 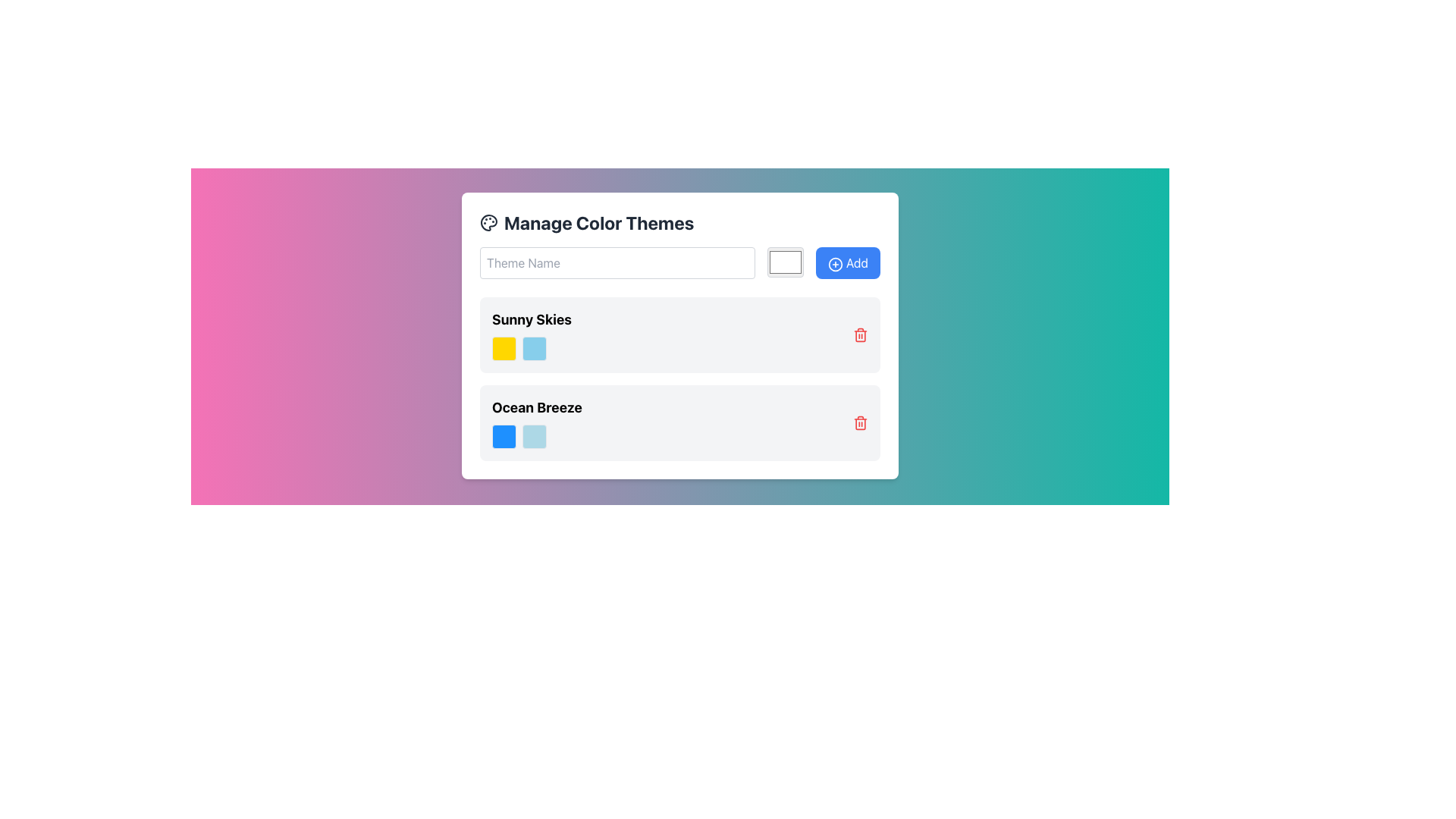 What do you see at coordinates (847, 262) in the screenshot?
I see `the rightmost rectangular button with a blue background, featuring a white plus sign icon and the word 'Add' in white text` at bounding box center [847, 262].